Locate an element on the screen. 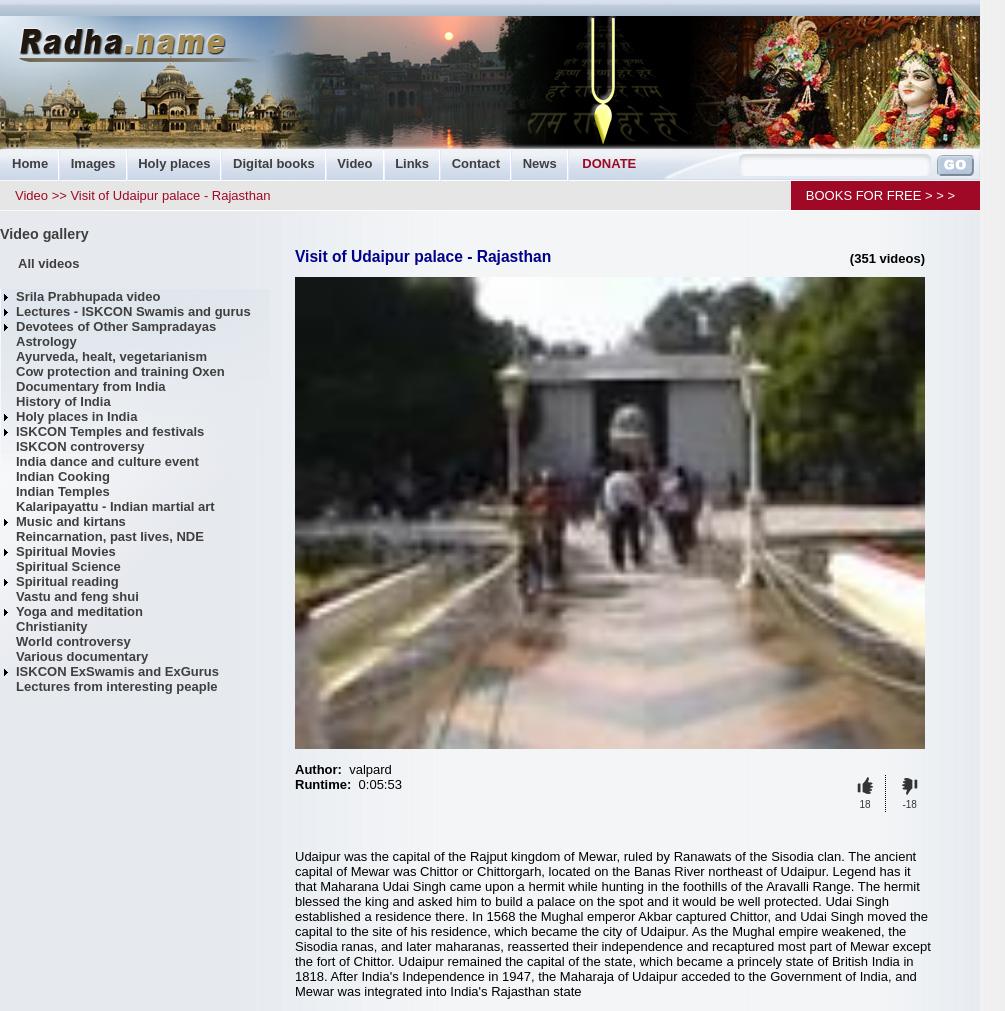  'All videos' is located at coordinates (17, 263).